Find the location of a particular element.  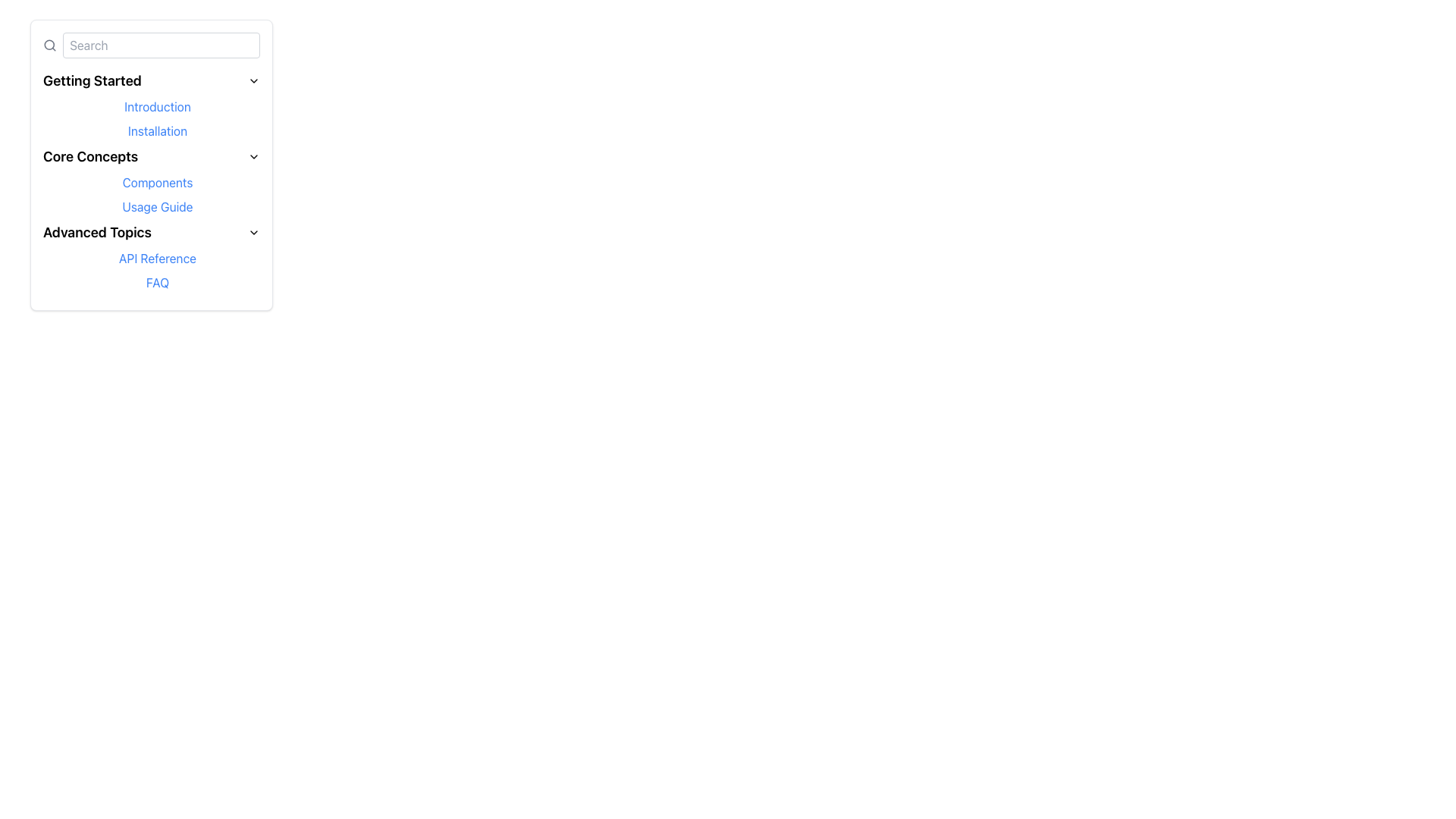

the first hyperlink in the 'Core Concepts' section of the vertical sidebar is located at coordinates (157, 181).